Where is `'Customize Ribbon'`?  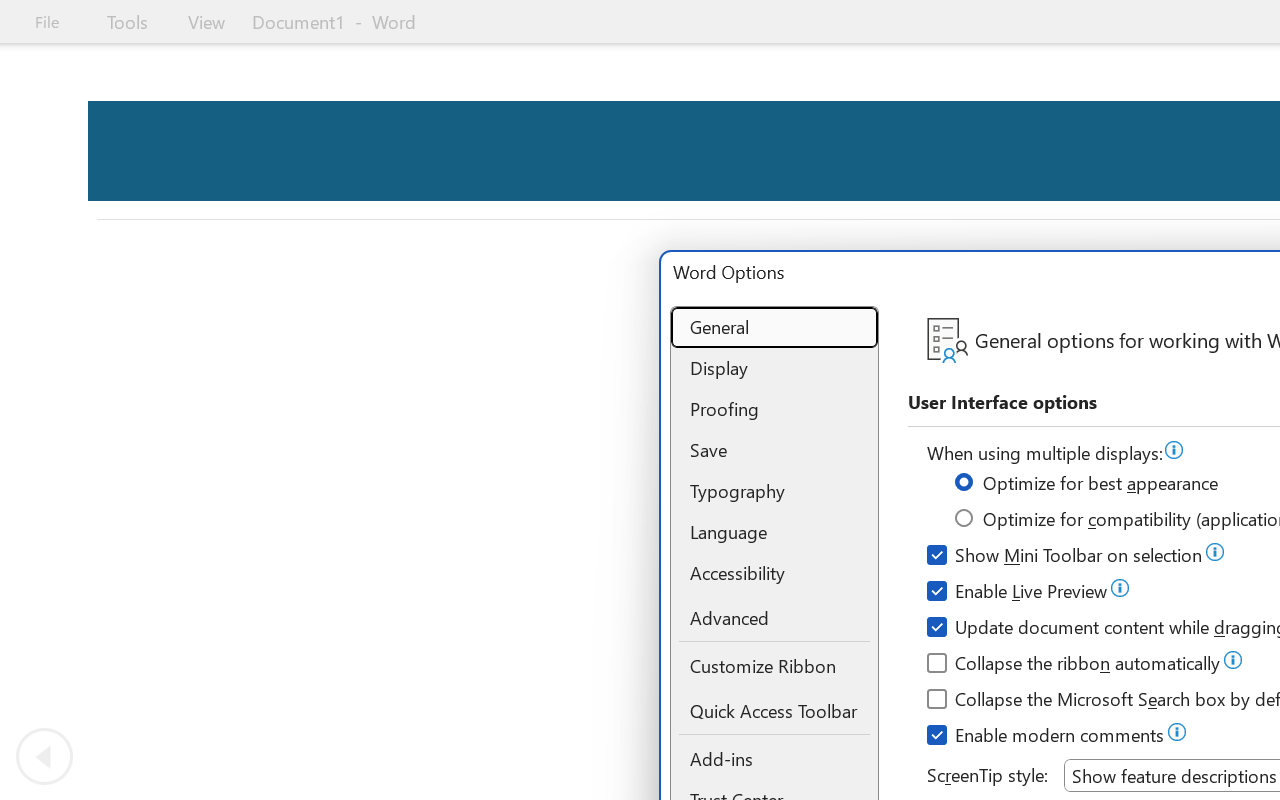
'Customize Ribbon' is located at coordinates (773, 665).